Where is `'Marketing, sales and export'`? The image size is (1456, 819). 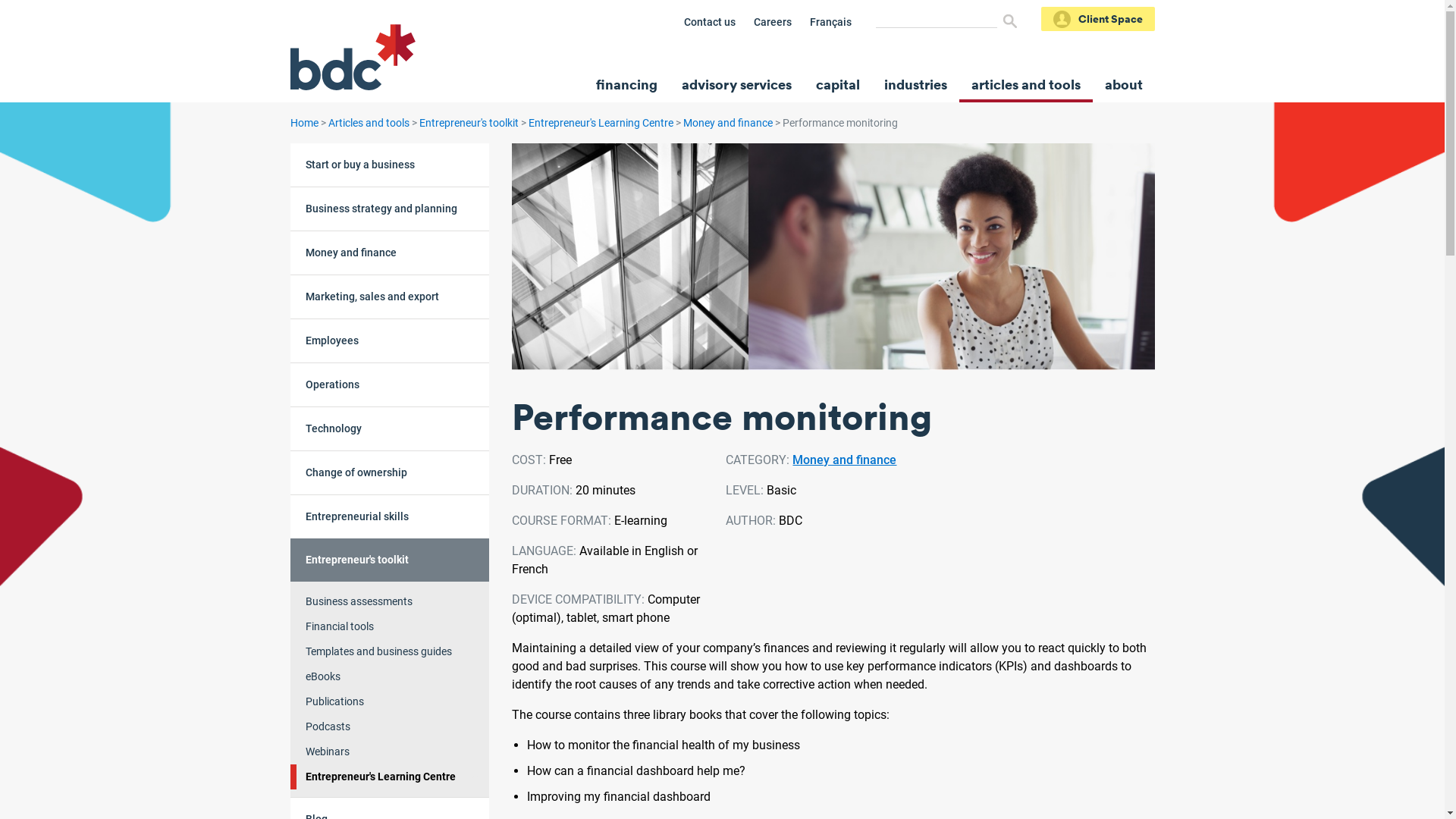
'Marketing, sales and export' is located at coordinates (389, 296).